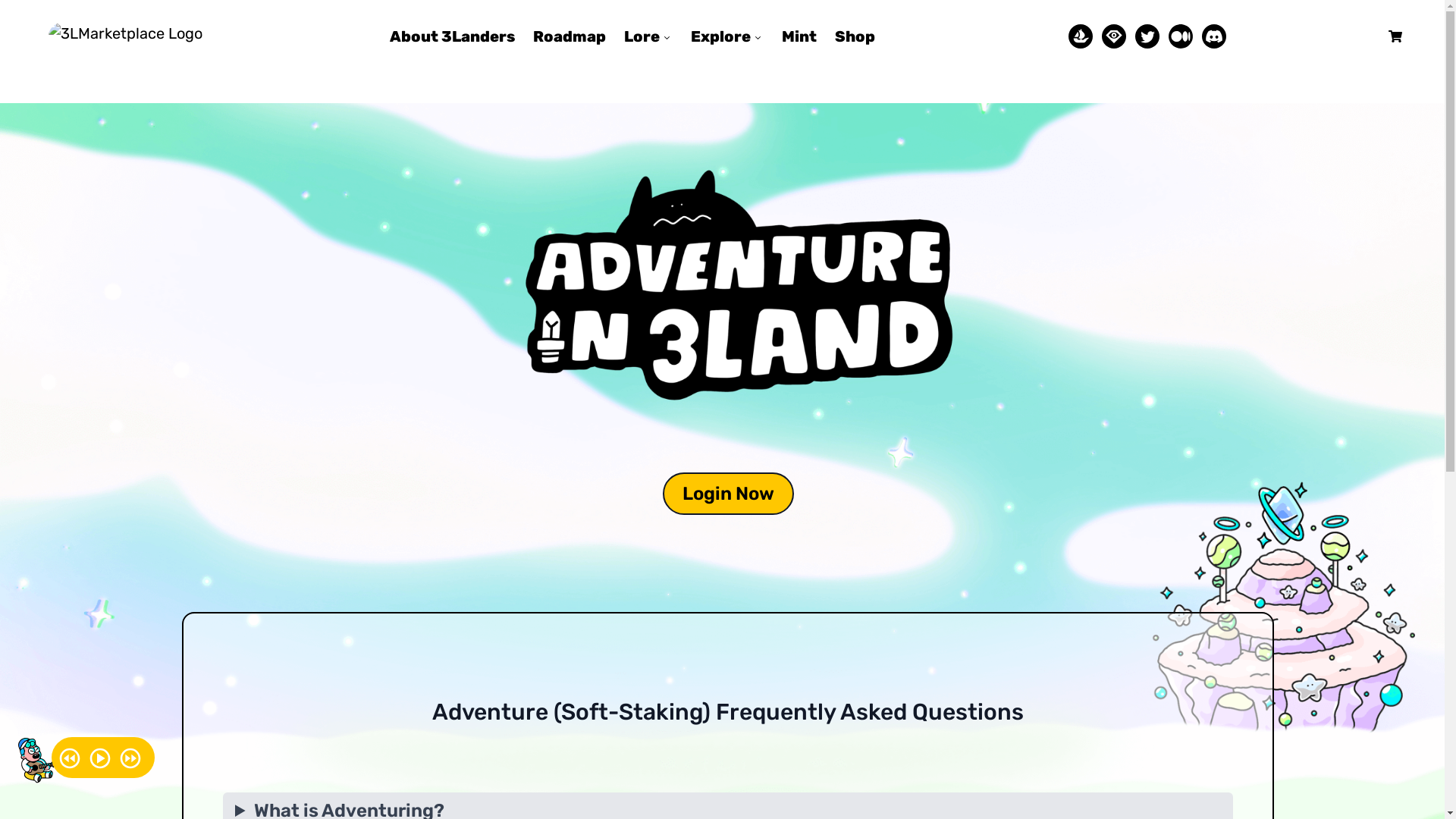  I want to click on 'Lore', so click(648, 35).